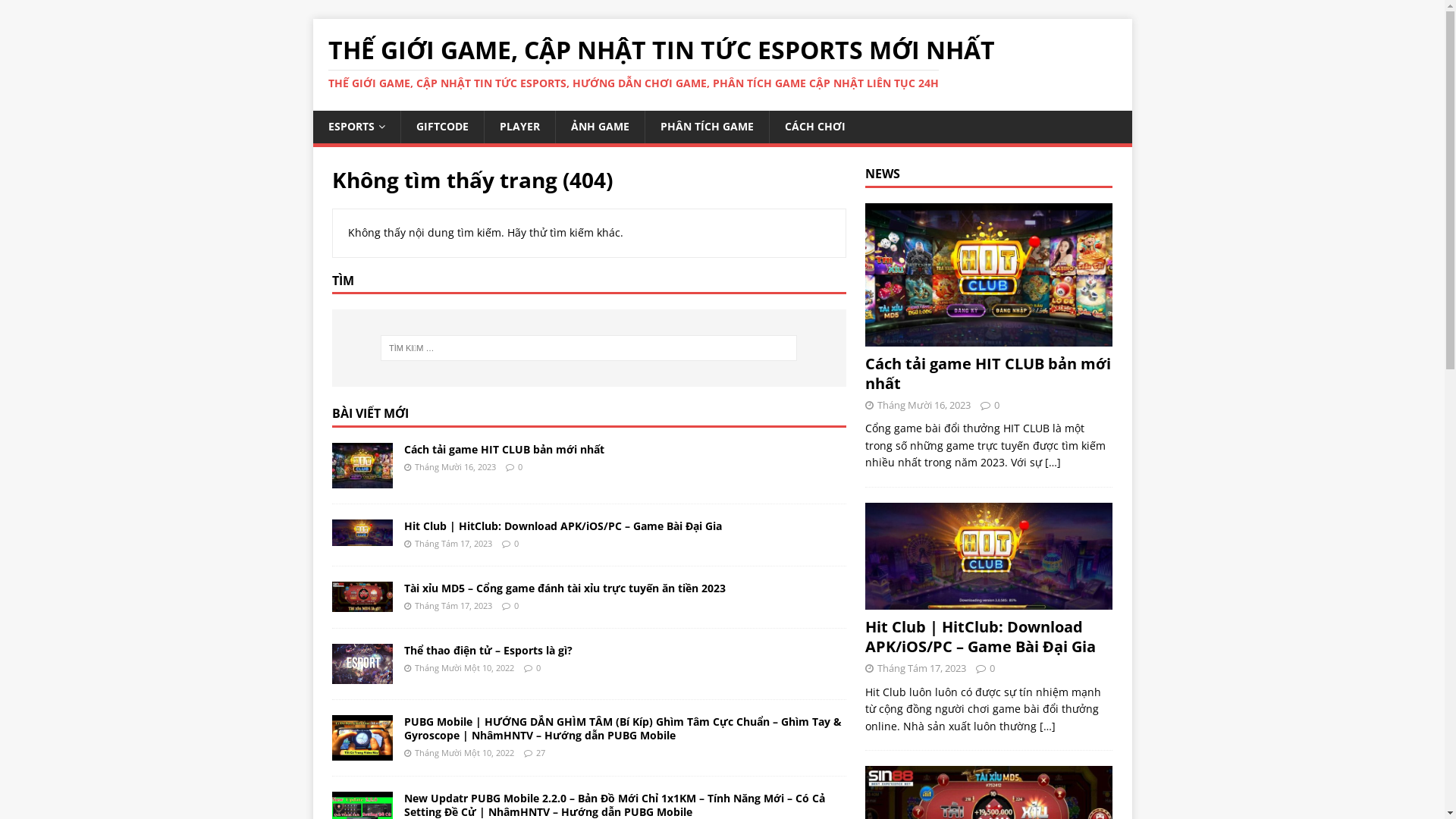  What do you see at coordinates (441, 125) in the screenshot?
I see `'GIFTCODE'` at bounding box center [441, 125].